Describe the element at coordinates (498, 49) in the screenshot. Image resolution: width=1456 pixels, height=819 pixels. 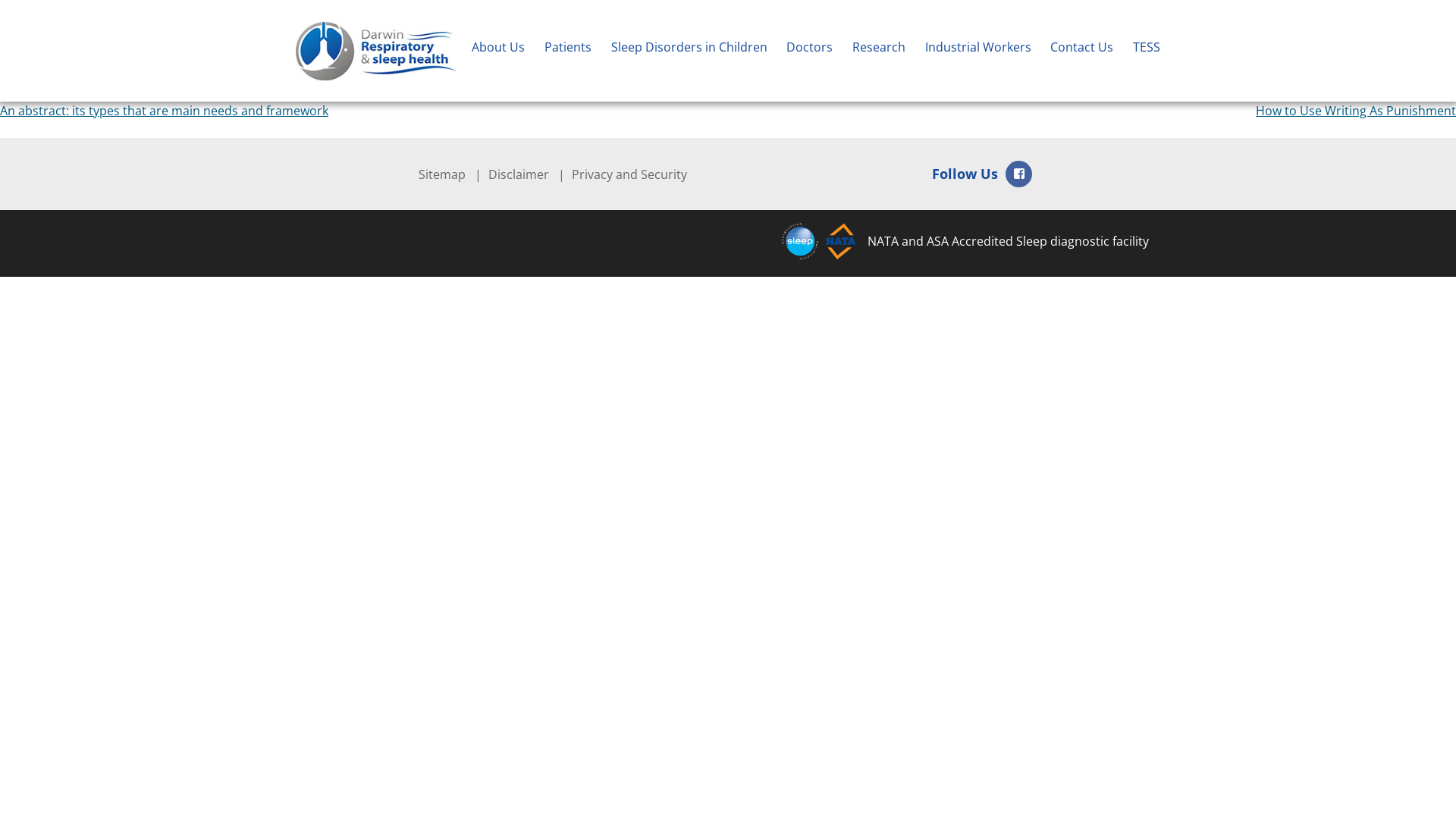
I see `'About Us'` at that location.